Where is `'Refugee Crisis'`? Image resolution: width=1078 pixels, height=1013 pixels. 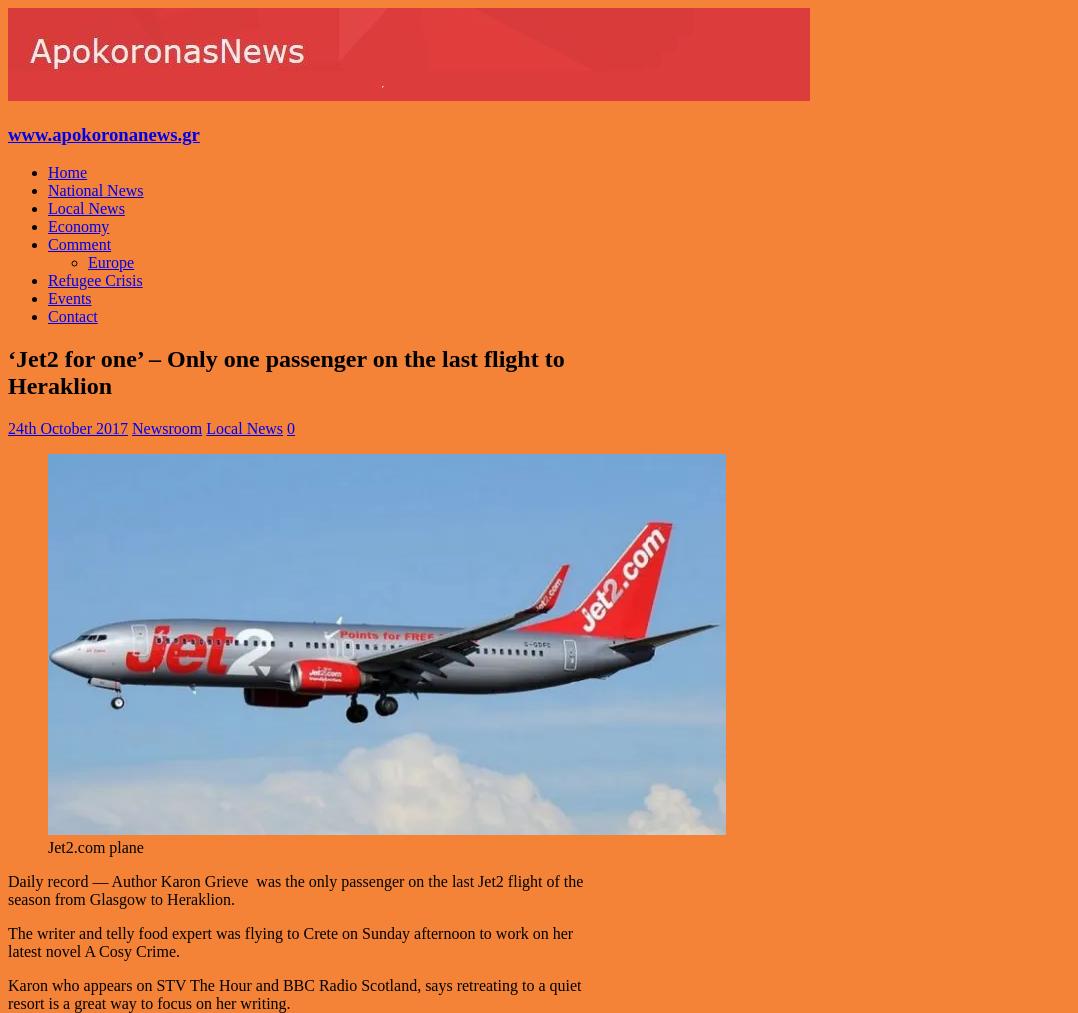 'Refugee Crisis' is located at coordinates (47, 279).